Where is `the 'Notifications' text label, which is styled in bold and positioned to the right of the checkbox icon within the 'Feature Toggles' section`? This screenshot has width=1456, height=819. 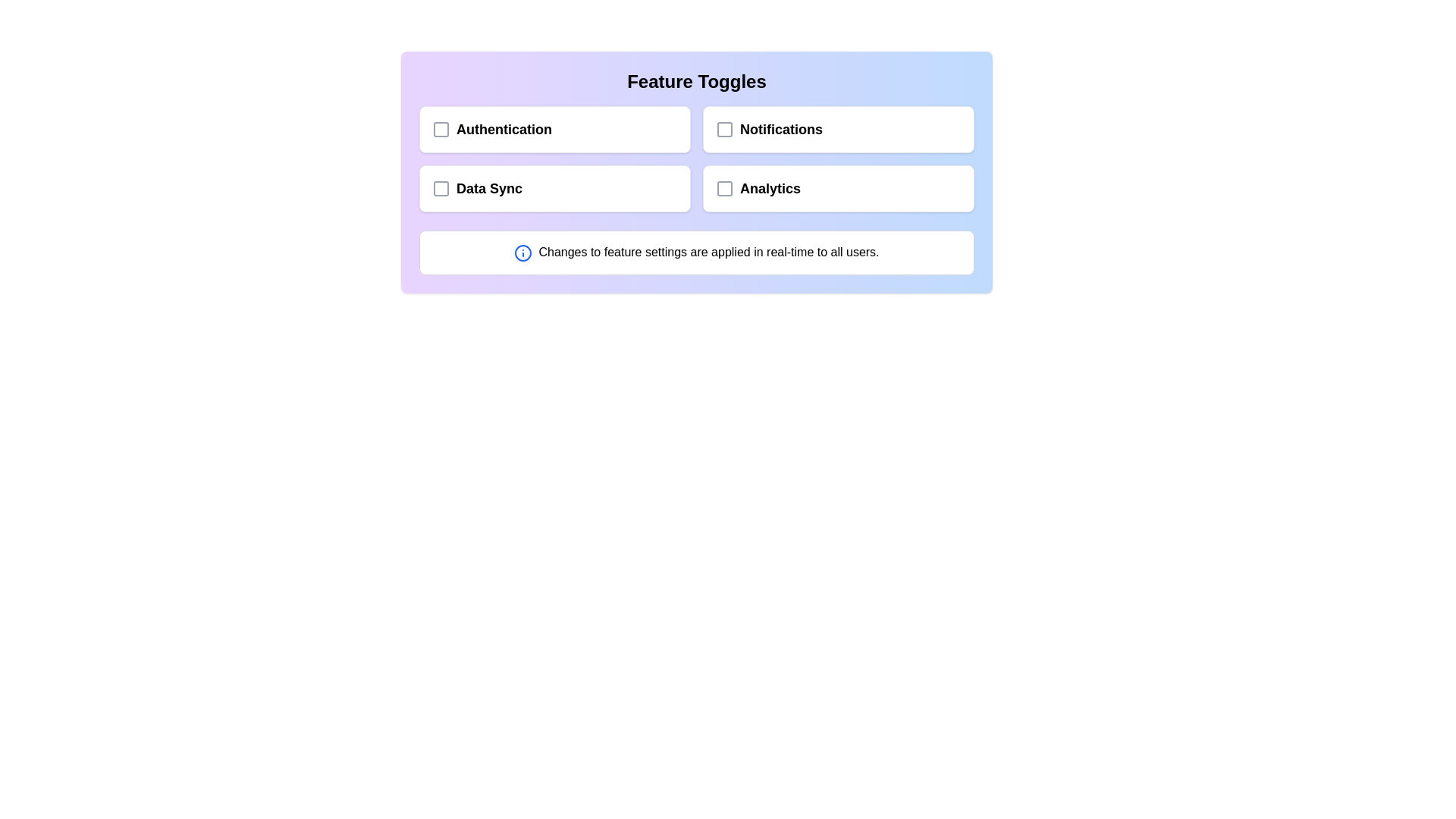
the 'Notifications' text label, which is styled in bold and positioned to the right of the checkbox icon within the 'Feature Toggles' section is located at coordinates (769, 128).